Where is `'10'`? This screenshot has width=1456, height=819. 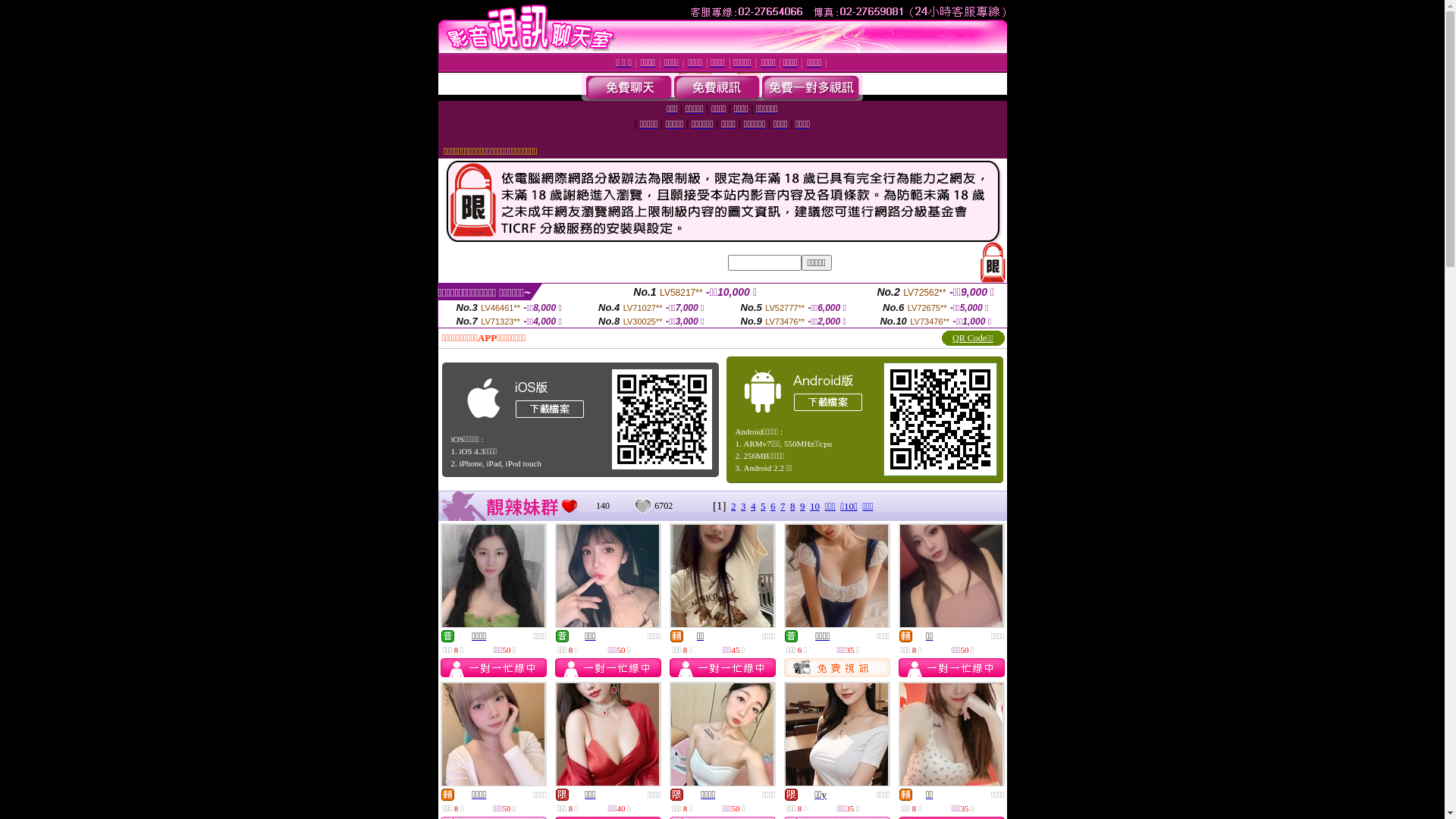 '10' is located at coordinates (814, 506).